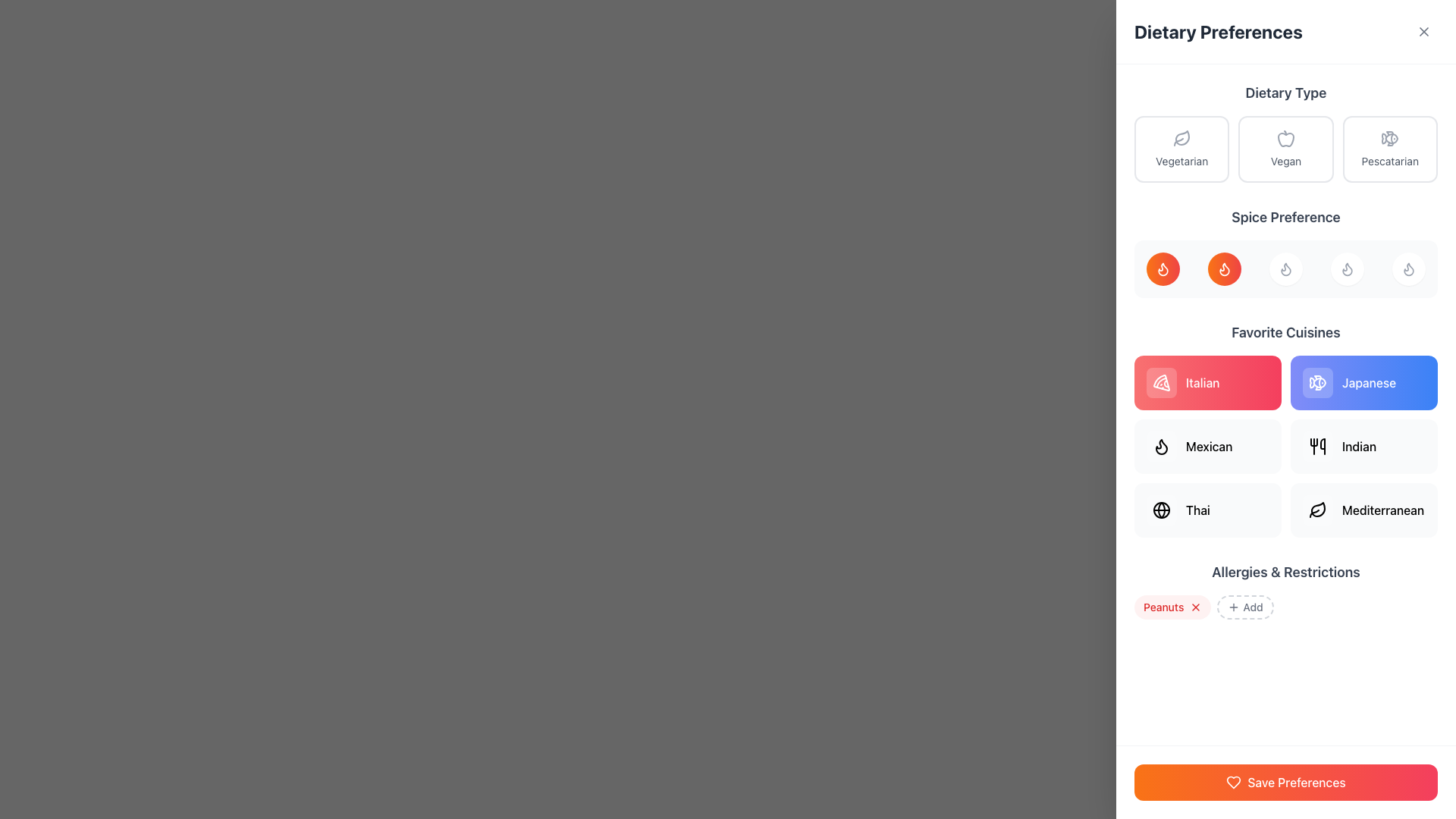 This screenshot has height=819, width=1456. I want to click on the selectable card indicating the 'Vegan' dietary preference located in the 'Dietary Preferences' dialog box under the 'Dietary Type' header, so click(1285, 149).